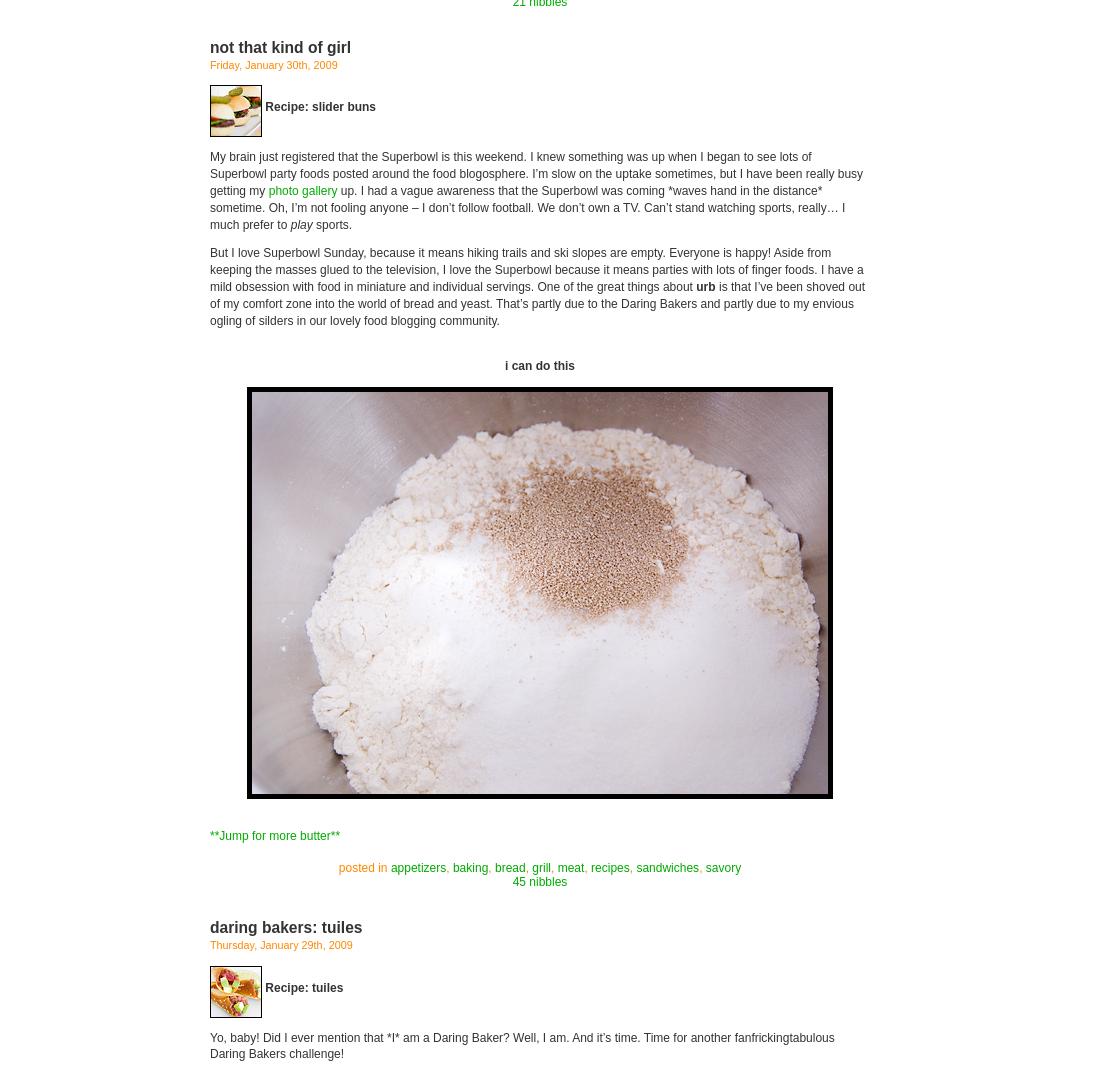 The width and height of the screenshot is (1106, 1075). What do you see at coordinates (300, 223) in the screenshot?
I see `'play'` at bounding box center [300, 223].